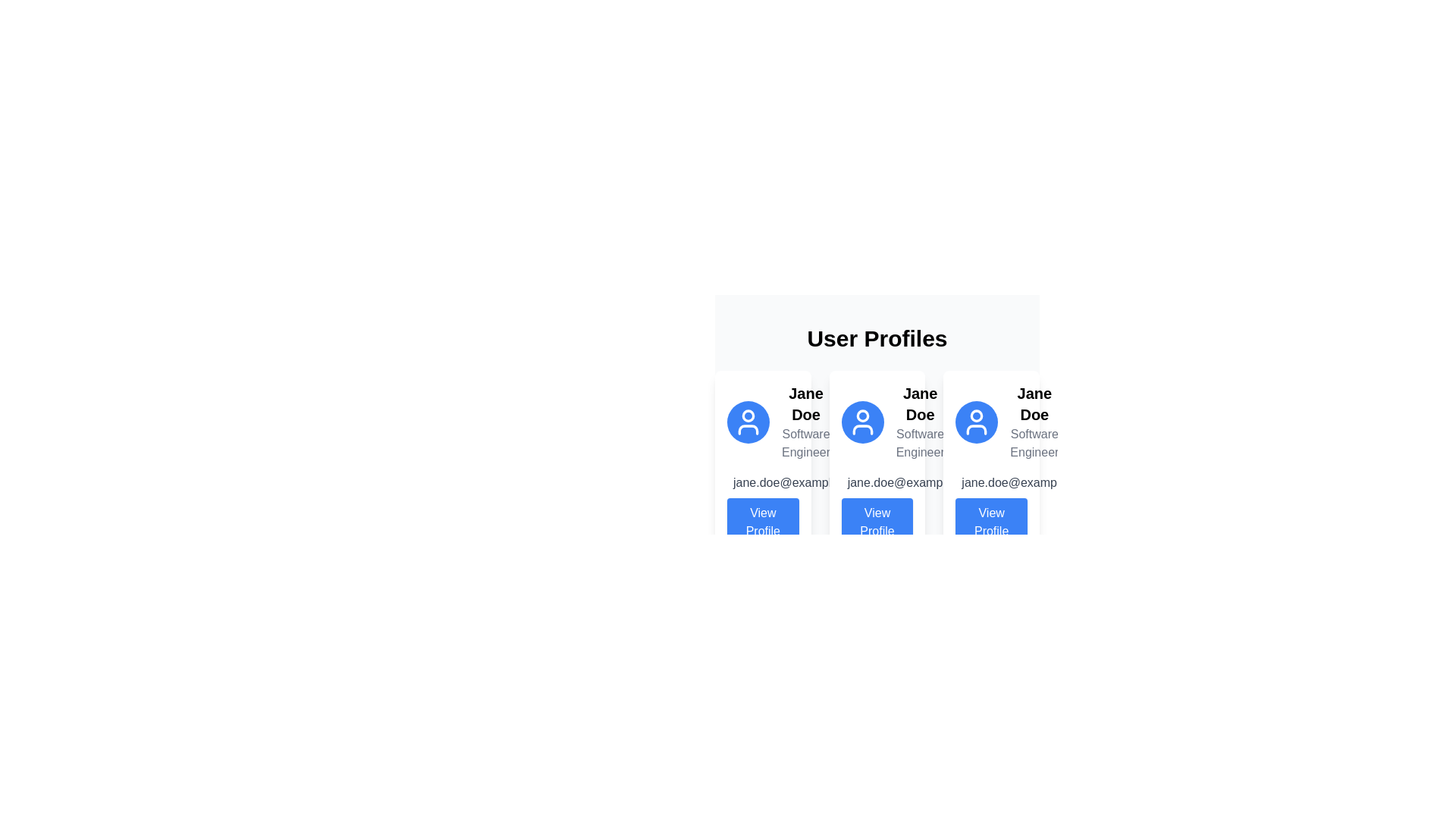 Image resolution: width=1456 pixels, height=819 pixels. I want to click on the 'View Profile' button with a bright blue background and white text located at the bottom of Jane Doe's user profile card, so click(877, 522).